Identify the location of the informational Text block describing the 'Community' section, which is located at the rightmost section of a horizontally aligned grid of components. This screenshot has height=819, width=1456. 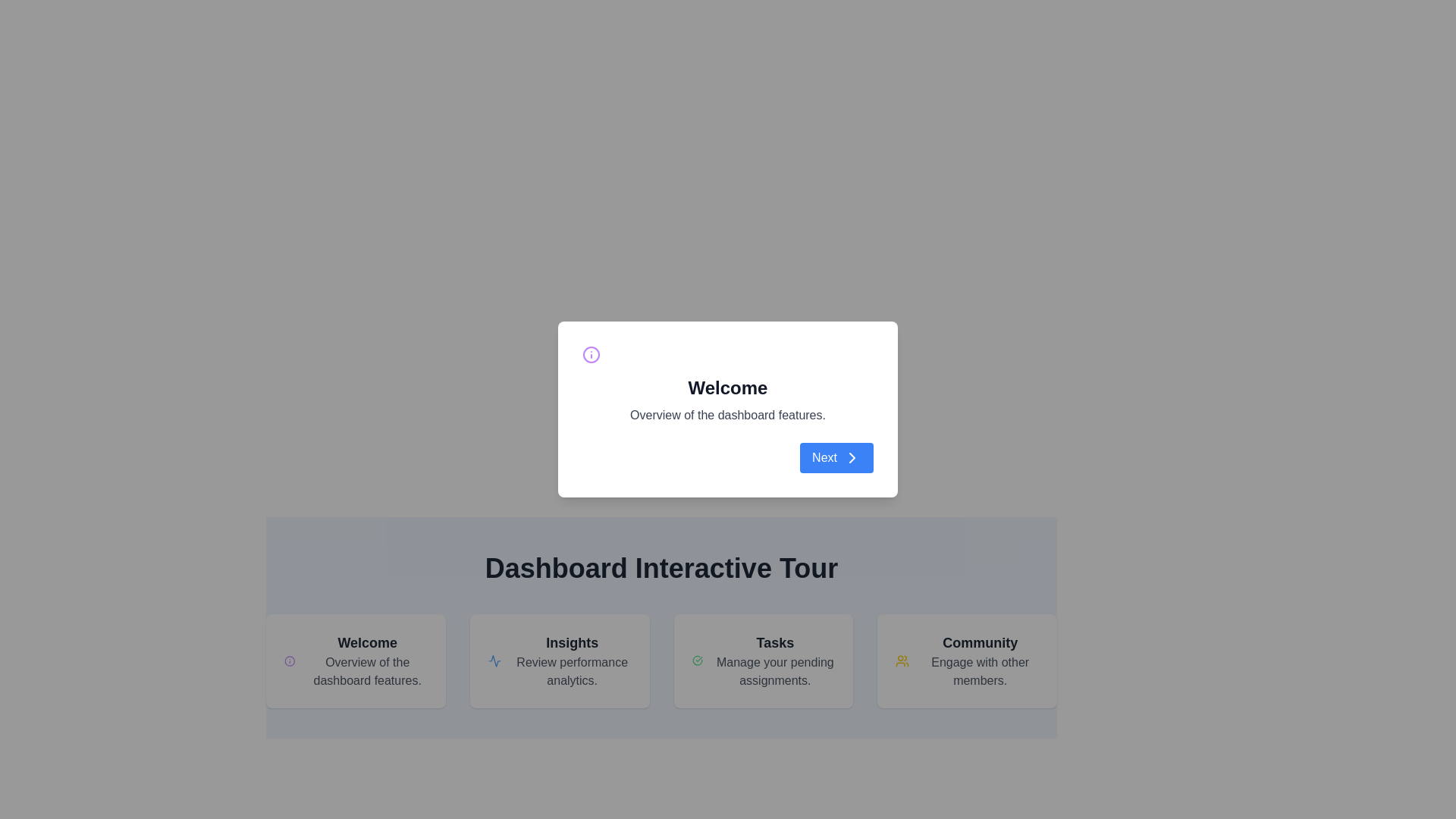
(980, 660).